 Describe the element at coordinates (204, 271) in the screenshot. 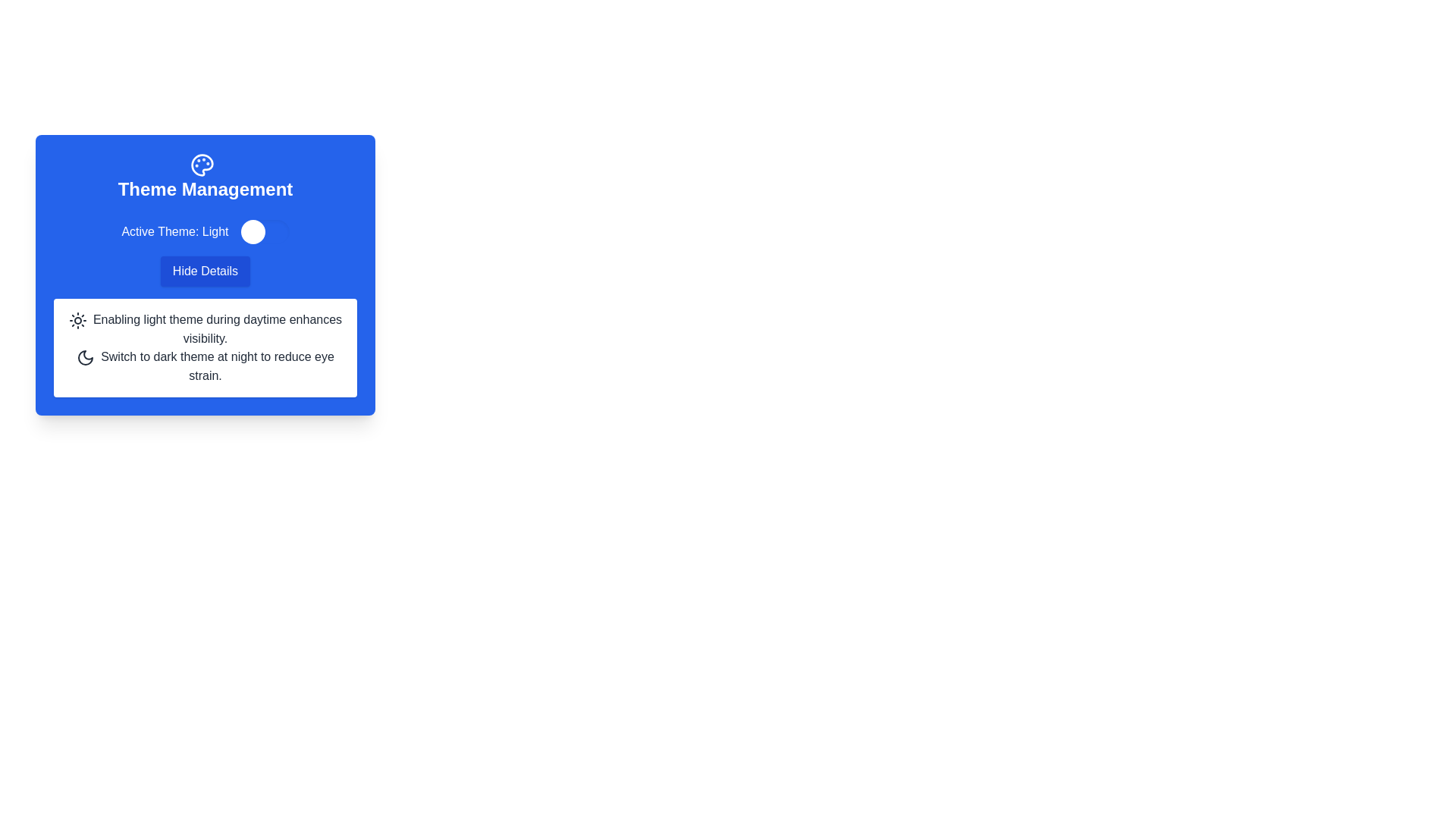

I see `the rectangular button with rounded edges and a blue background that contains the text 'Hide Details' to hide additional details` at that location.